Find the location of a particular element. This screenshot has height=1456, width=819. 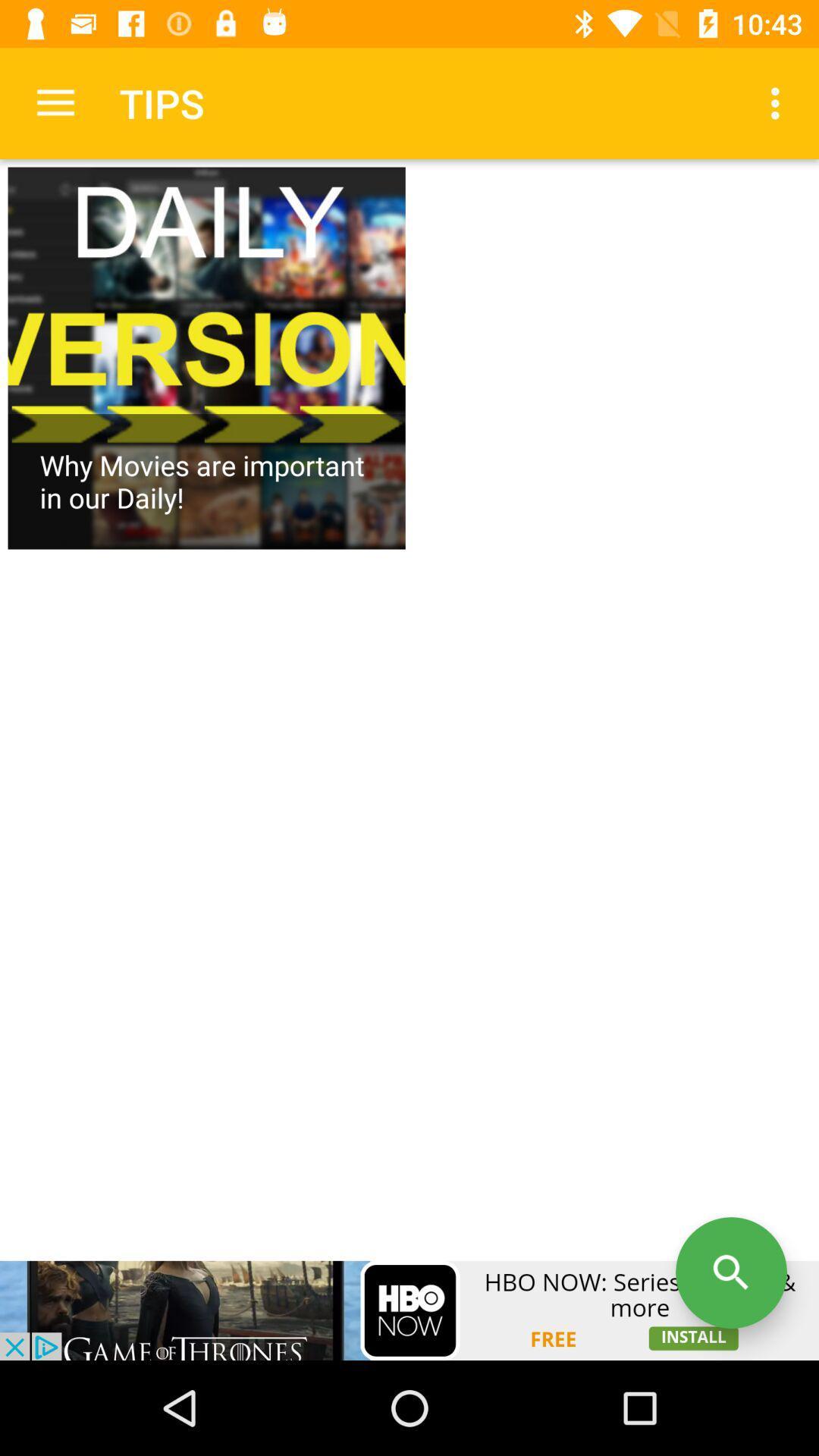

search is located at coordinates (730, 1272).